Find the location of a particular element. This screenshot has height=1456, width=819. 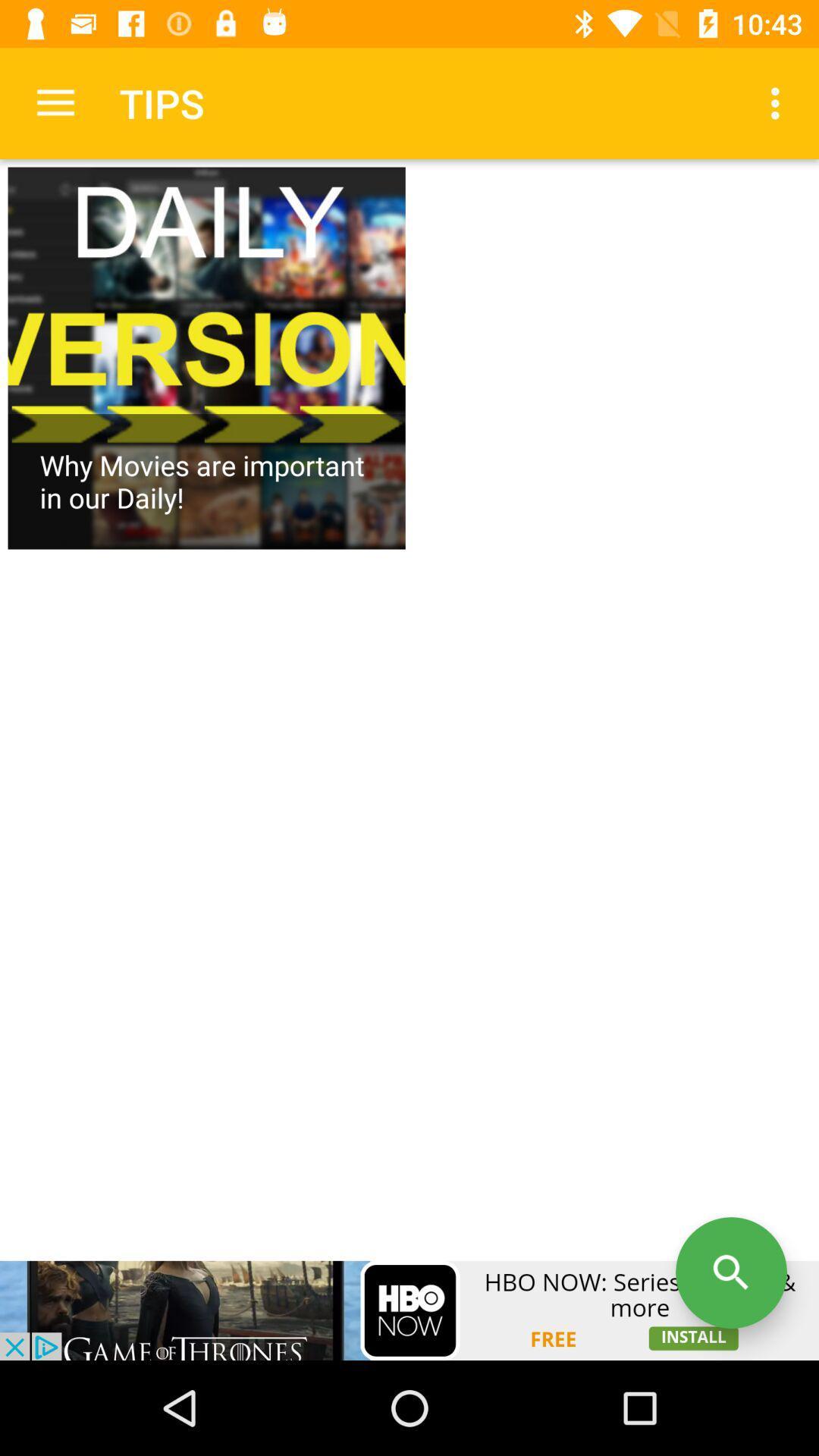

search is located at coordinates (730, 1272).